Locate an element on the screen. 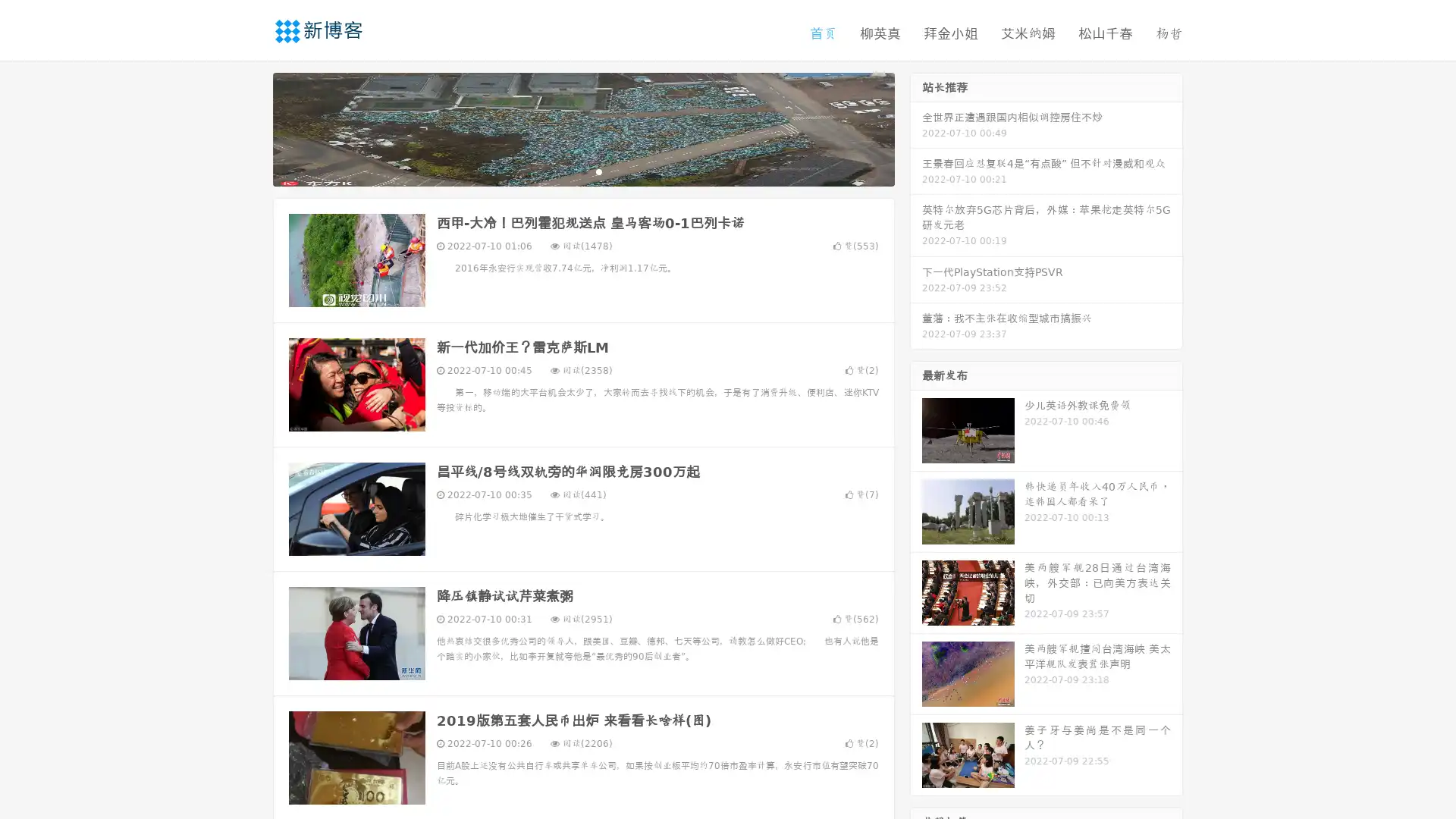  Next slide is located at coordinates (916, 127).